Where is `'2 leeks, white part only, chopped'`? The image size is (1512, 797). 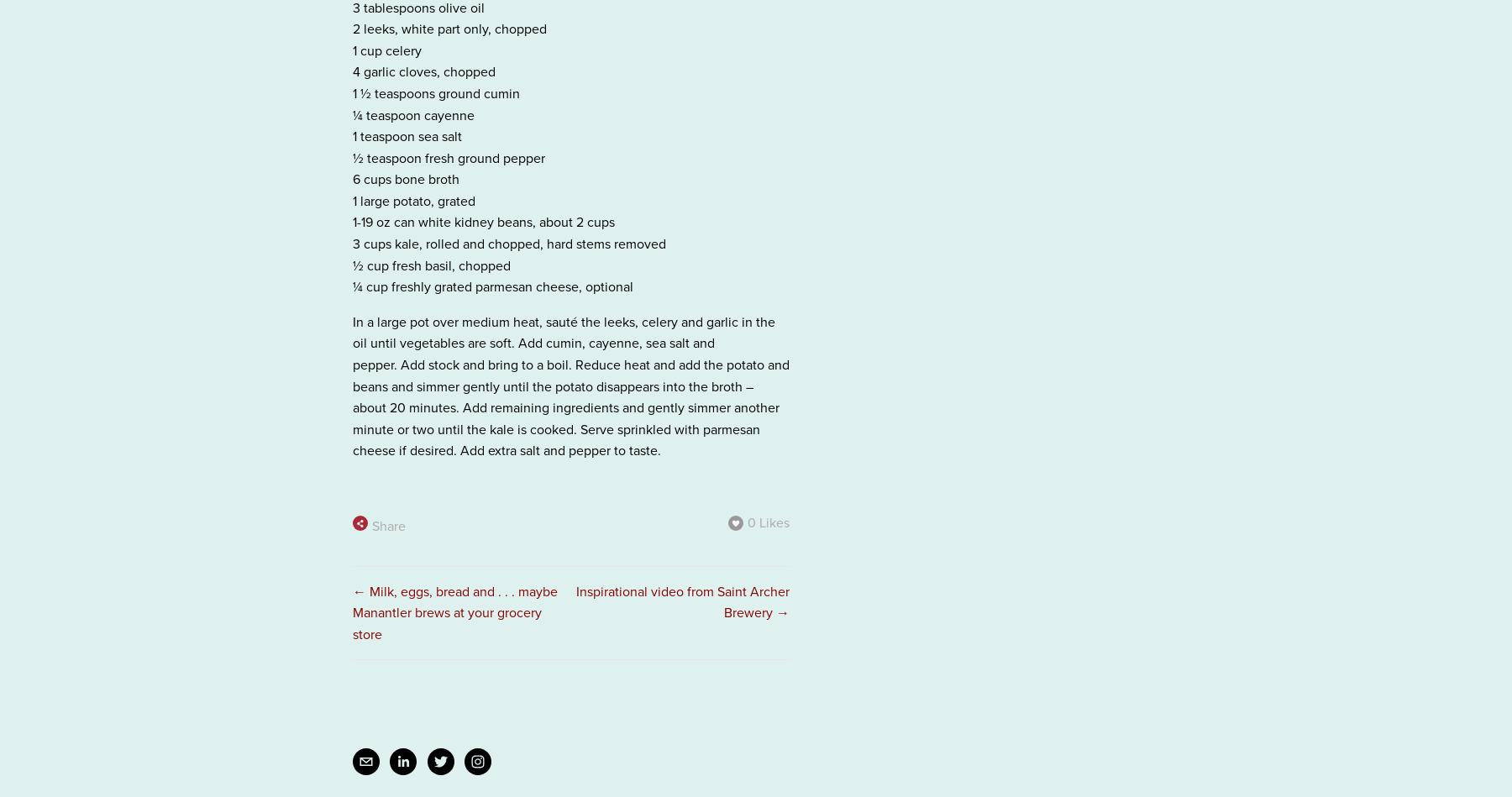
'2 leeks, white part only, chopped' is located at coordinates (449, 29).